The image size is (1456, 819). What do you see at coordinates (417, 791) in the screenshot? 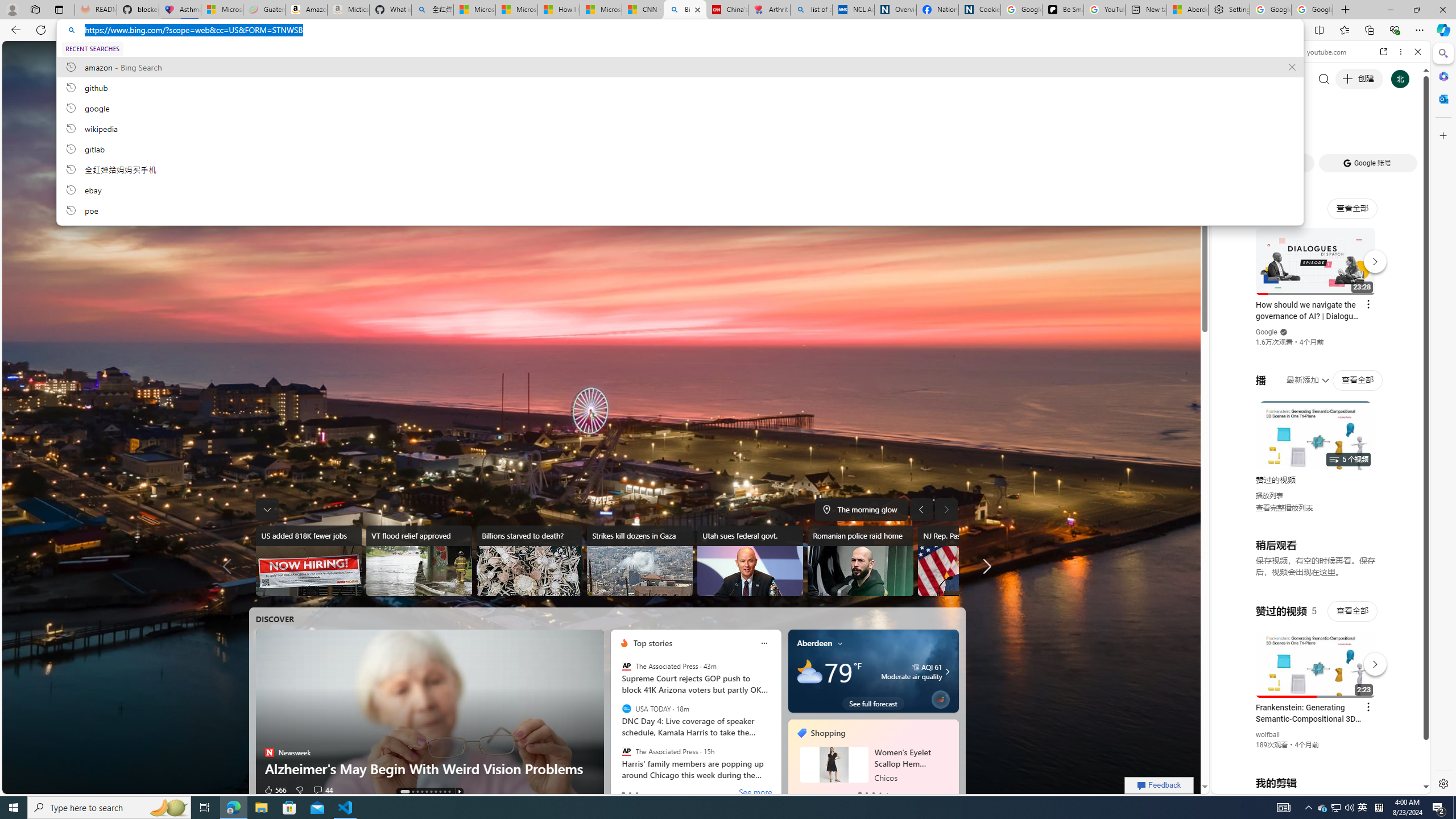
I see `'AutomationID: tab-2'` at bounding box center [417, 791].